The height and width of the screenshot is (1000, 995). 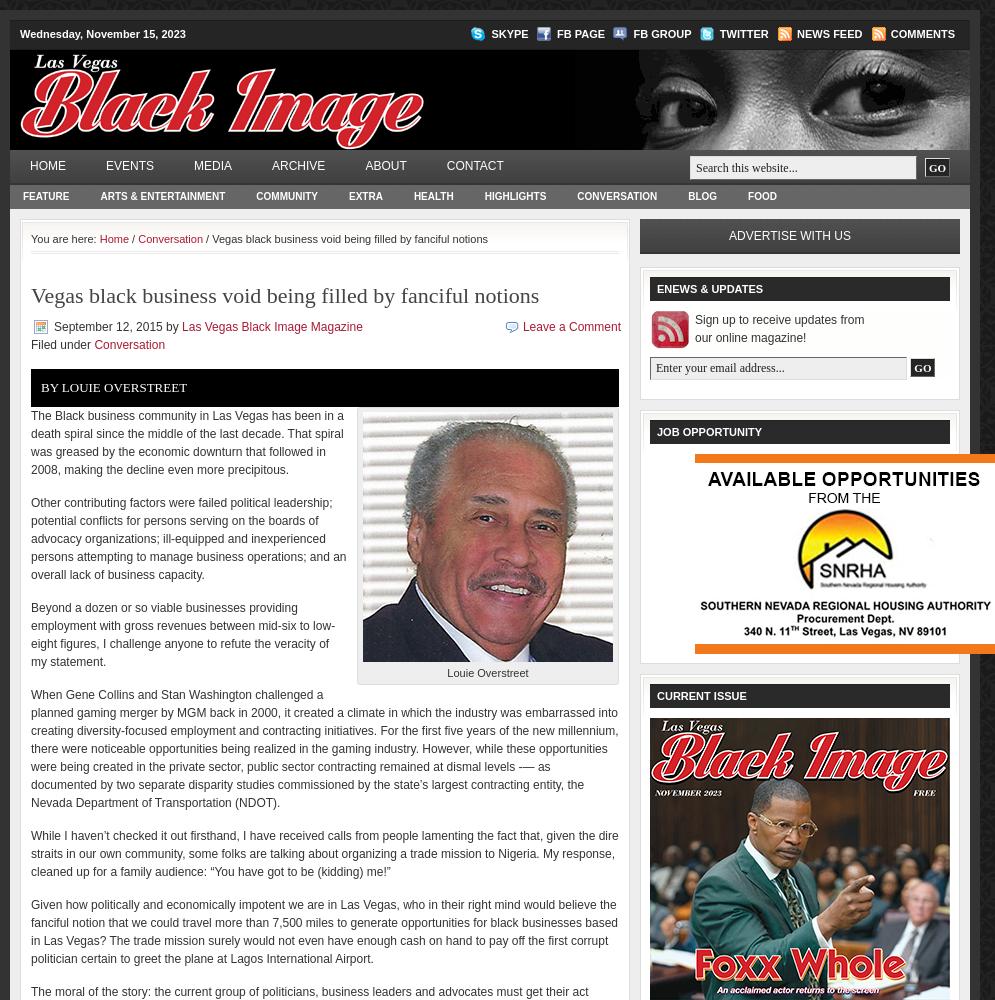 I want to click on 'FB Group', so click(x=660, y=34).